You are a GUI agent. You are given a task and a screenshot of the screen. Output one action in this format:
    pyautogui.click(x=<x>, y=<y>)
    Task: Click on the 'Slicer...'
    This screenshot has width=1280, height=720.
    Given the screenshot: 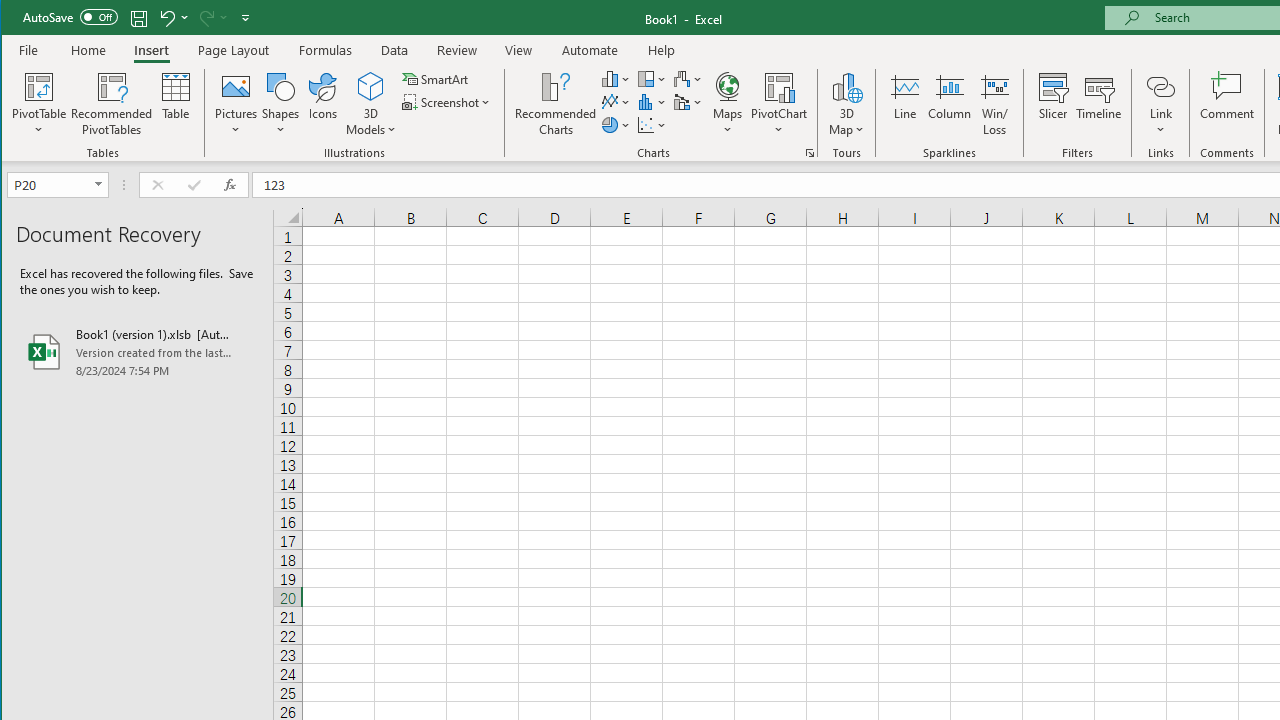 What is the action you would take?
    pyautogui.click(x=1051, y=104)
    